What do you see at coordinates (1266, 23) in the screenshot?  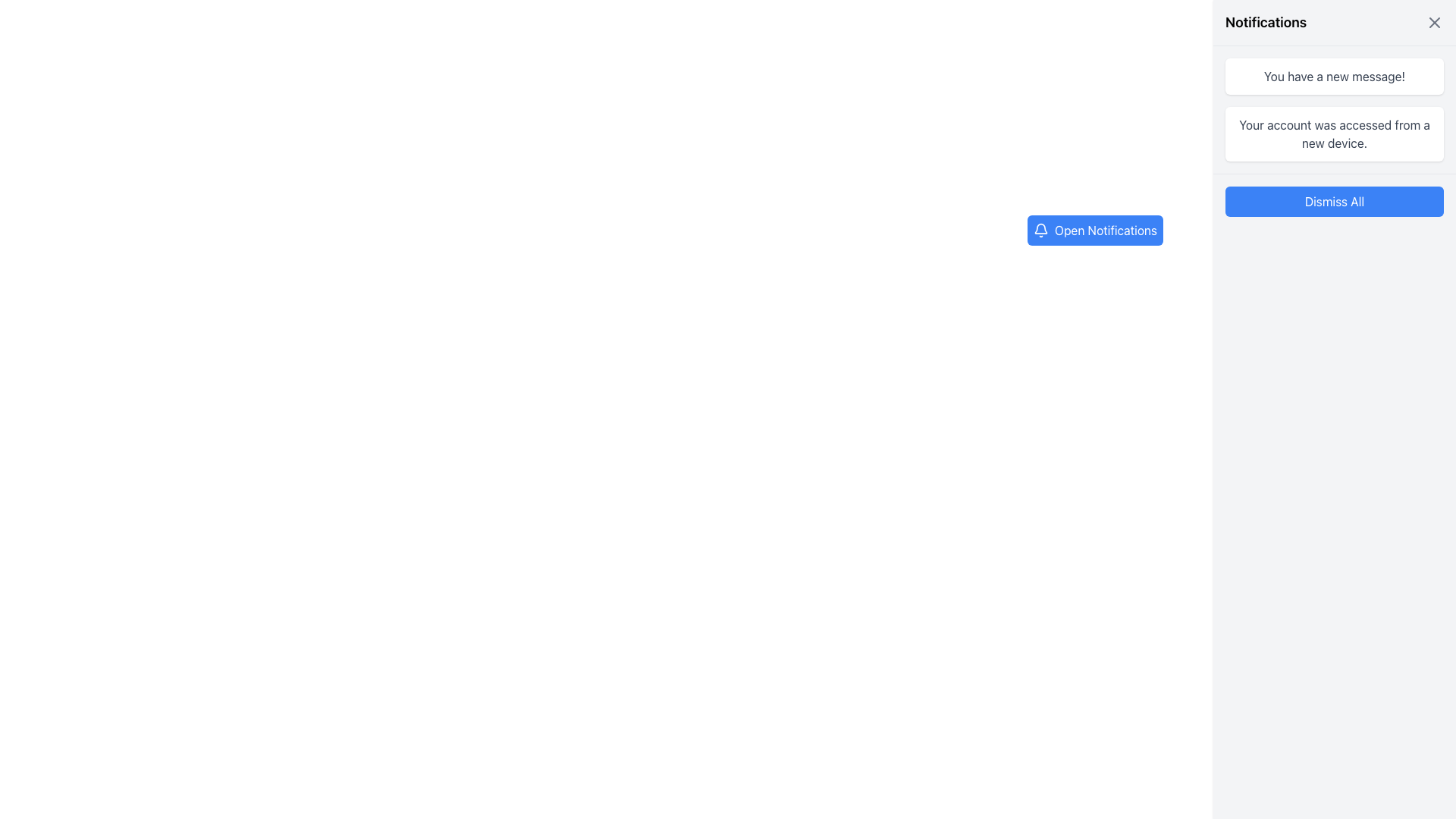 I see `the 'Notifications' text label, which is a bold, large black font located in the header bar of the notification panel, positioned to the left of the close icon` at bounding box center [1266, 23].